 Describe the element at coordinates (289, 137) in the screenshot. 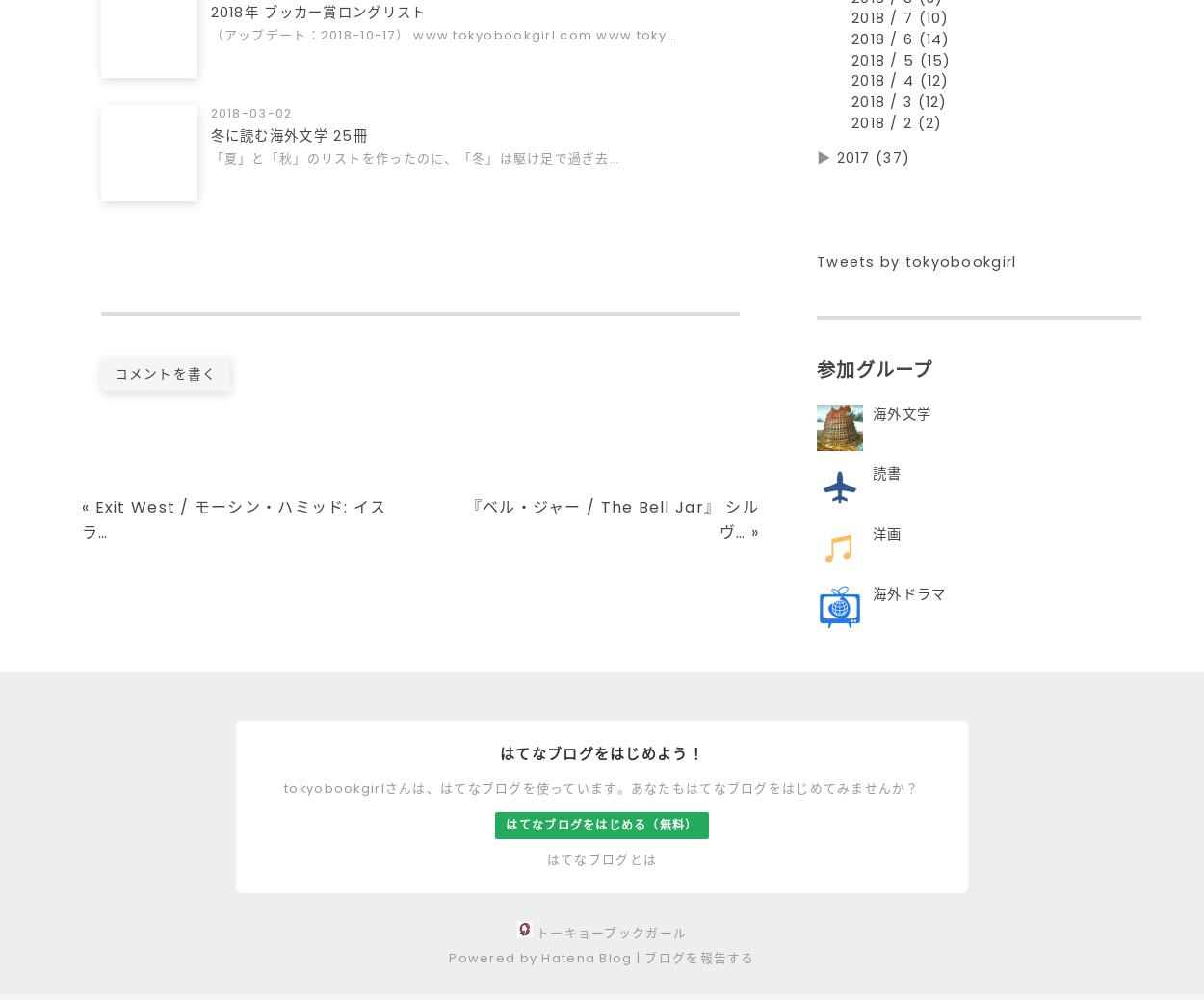

I see `'冬に読む海外文学 25冊'` at that location.